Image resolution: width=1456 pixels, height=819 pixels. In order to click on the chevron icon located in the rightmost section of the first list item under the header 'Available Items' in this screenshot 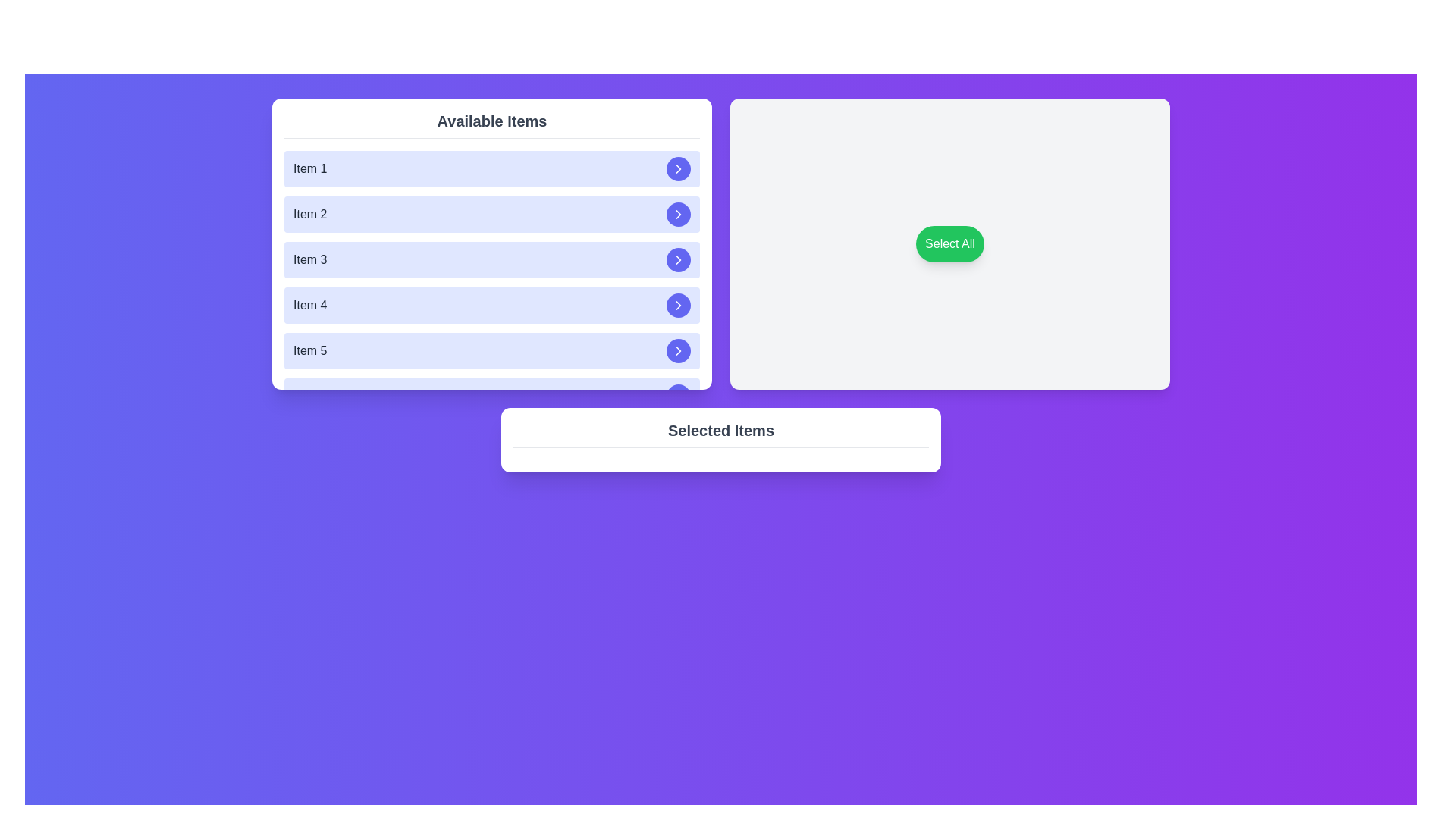, I will do `click(677, 169)`.